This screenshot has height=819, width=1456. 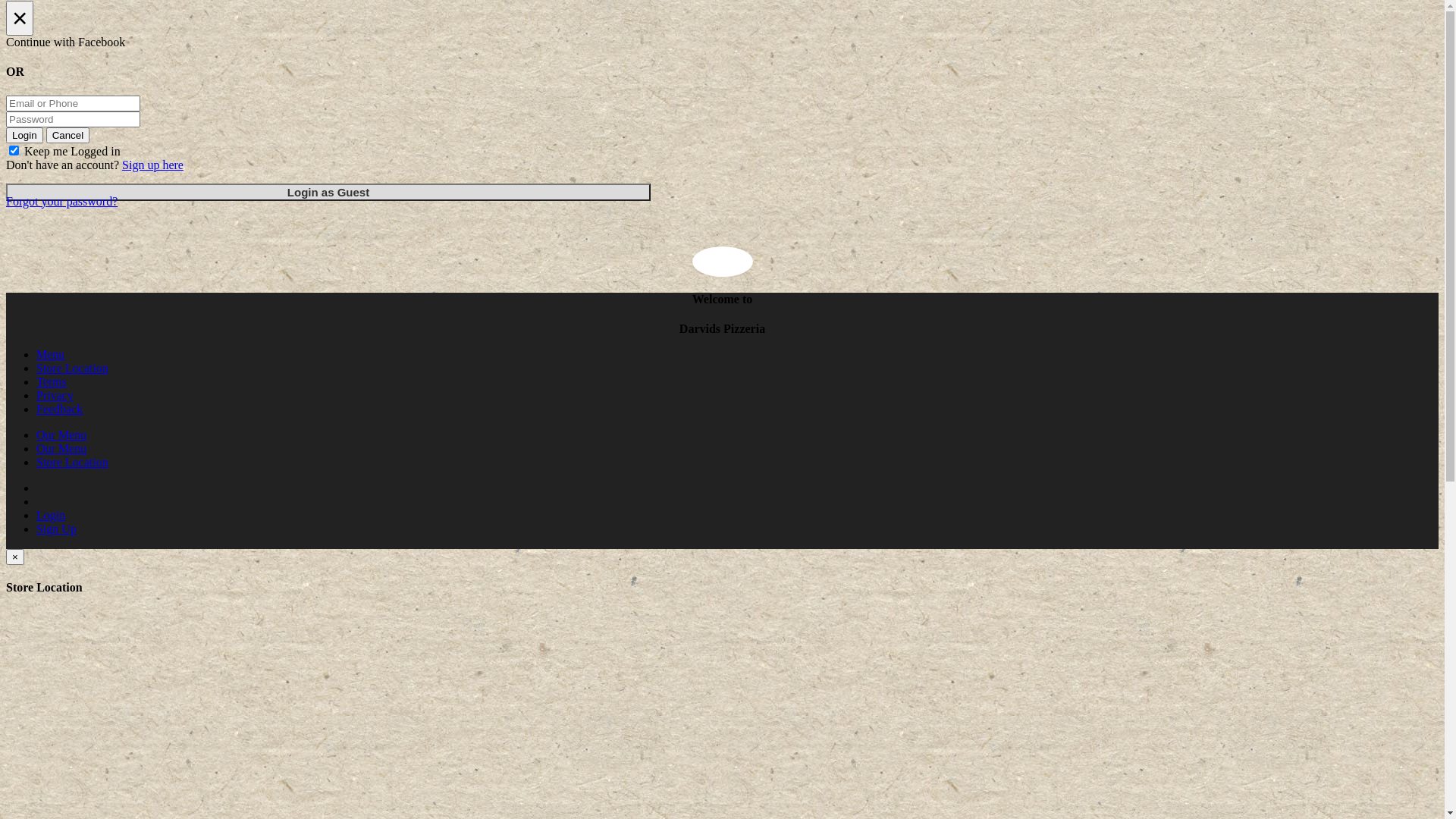 What do you see at coordinates (61, 435) in the screenshot?
I see `'Our Menu'` at bounding box center [61, 435].